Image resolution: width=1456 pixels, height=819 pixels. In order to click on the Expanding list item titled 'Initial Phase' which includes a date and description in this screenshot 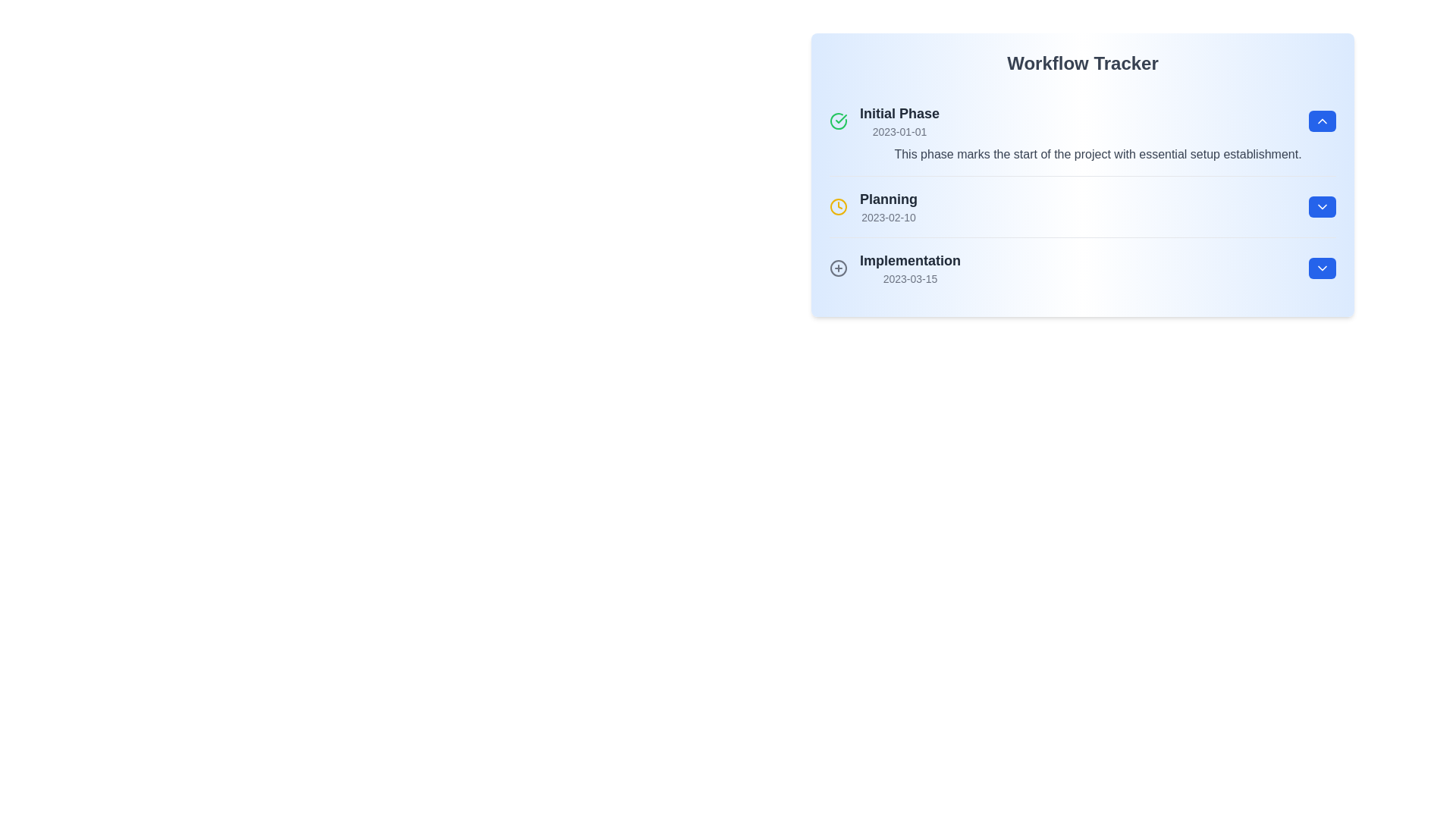, I will do `click(1082, 133)`.